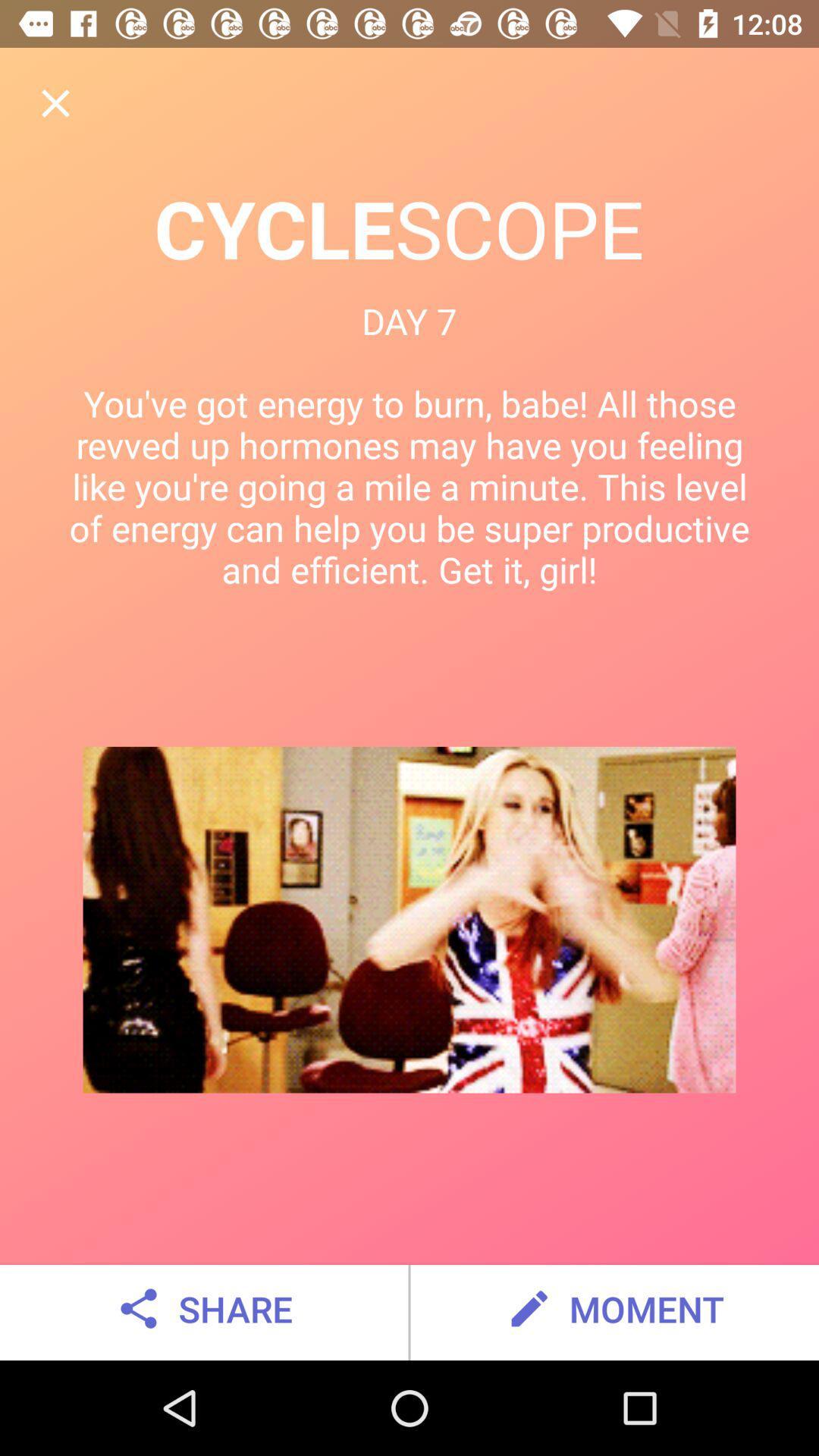  Describe the element at coordinates (614, 1308) in the screenshot. I see `the moment icon` at that location.